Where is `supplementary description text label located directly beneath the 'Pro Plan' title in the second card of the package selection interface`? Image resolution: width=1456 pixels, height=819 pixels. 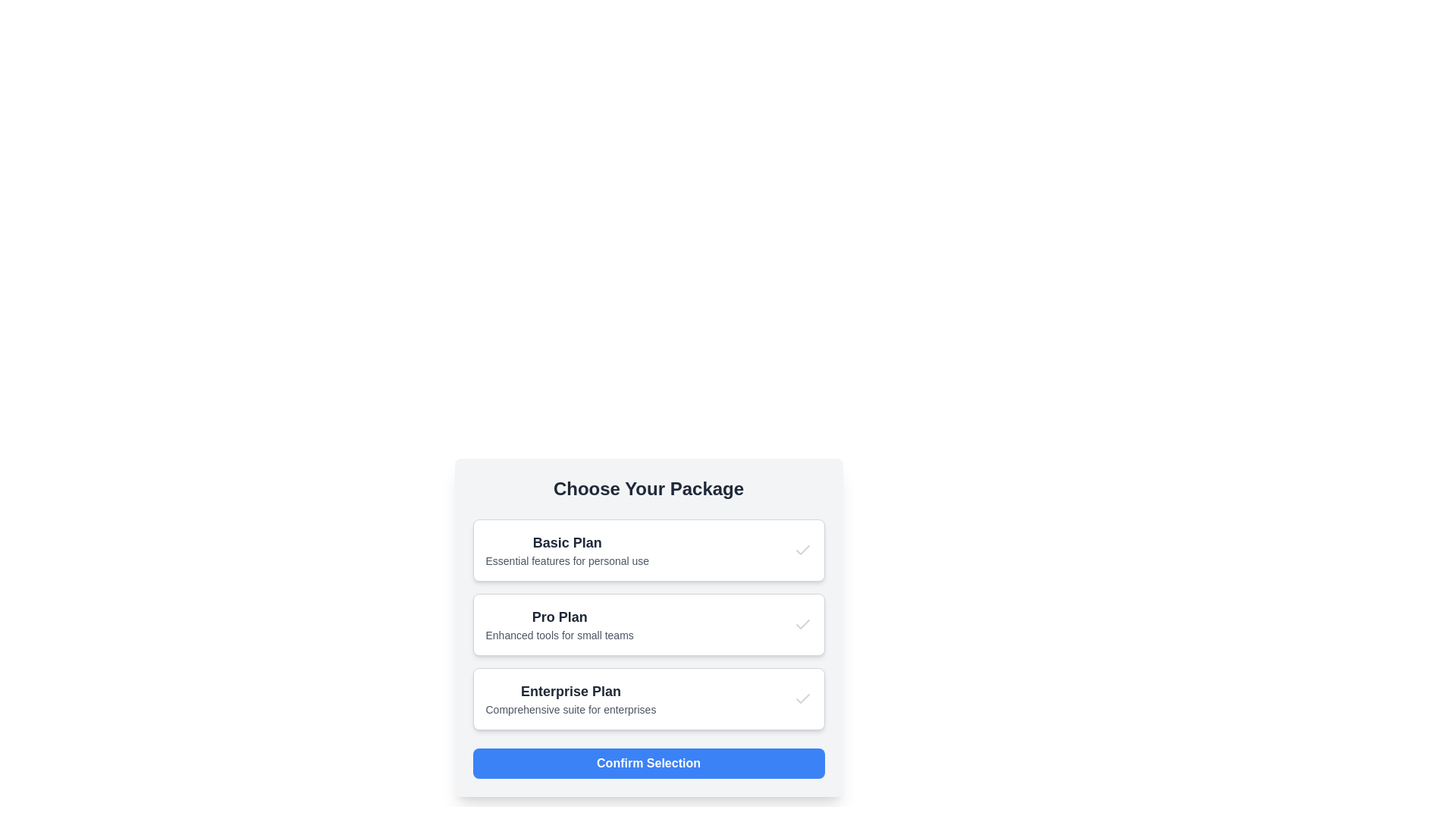 supplementary description text label located directly beneath the 'Pro Plan' title in the second card of the package selection interface is located at coordinates (559, 635).